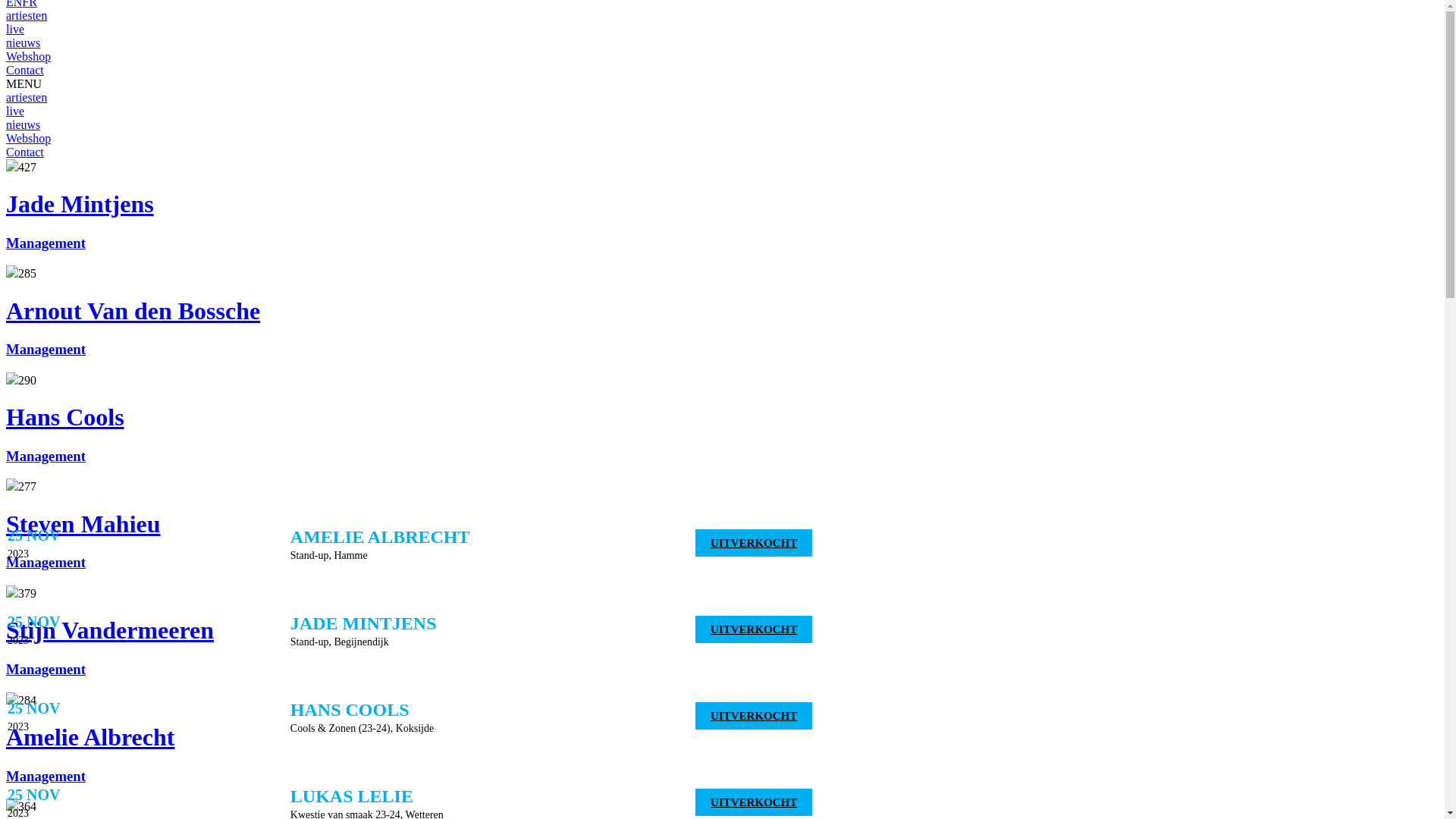 This screenshot has width=1456, height=819. I want to click on 'nieuws', so click(23, 124).